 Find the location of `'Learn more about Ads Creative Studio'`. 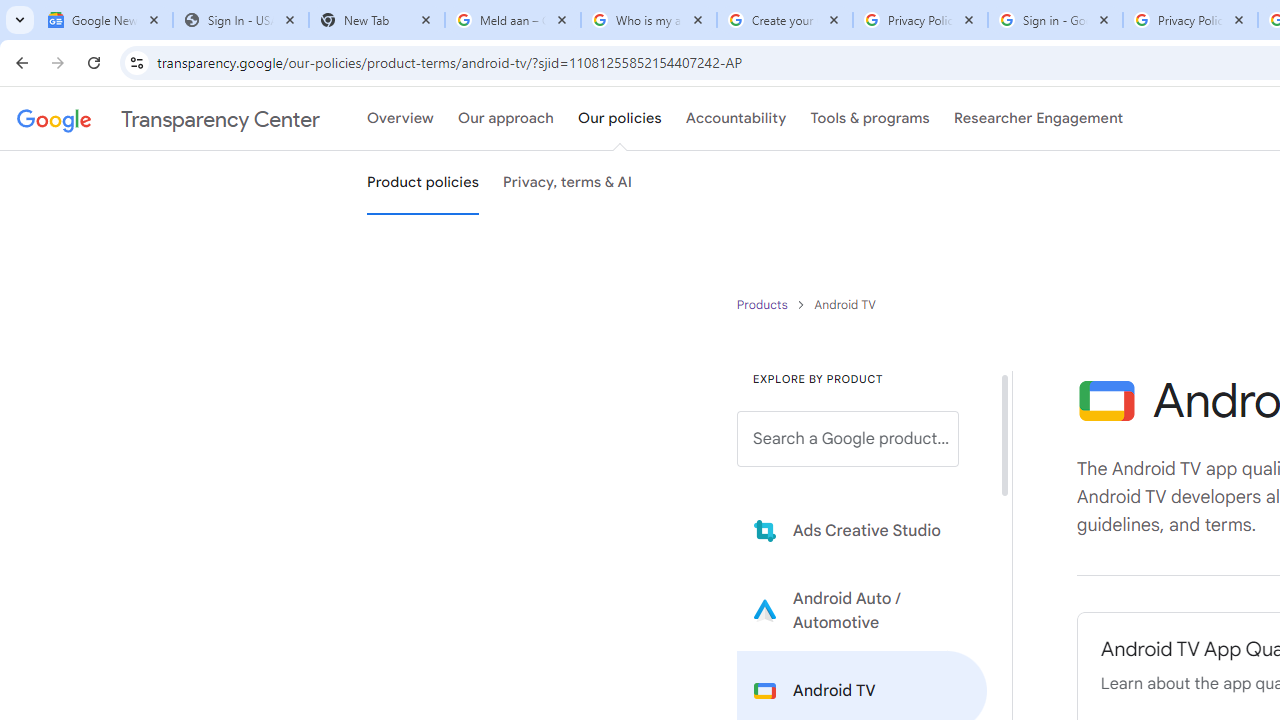

'Learn more about Ads Creative Studio' is located at coordinates (862, 530).